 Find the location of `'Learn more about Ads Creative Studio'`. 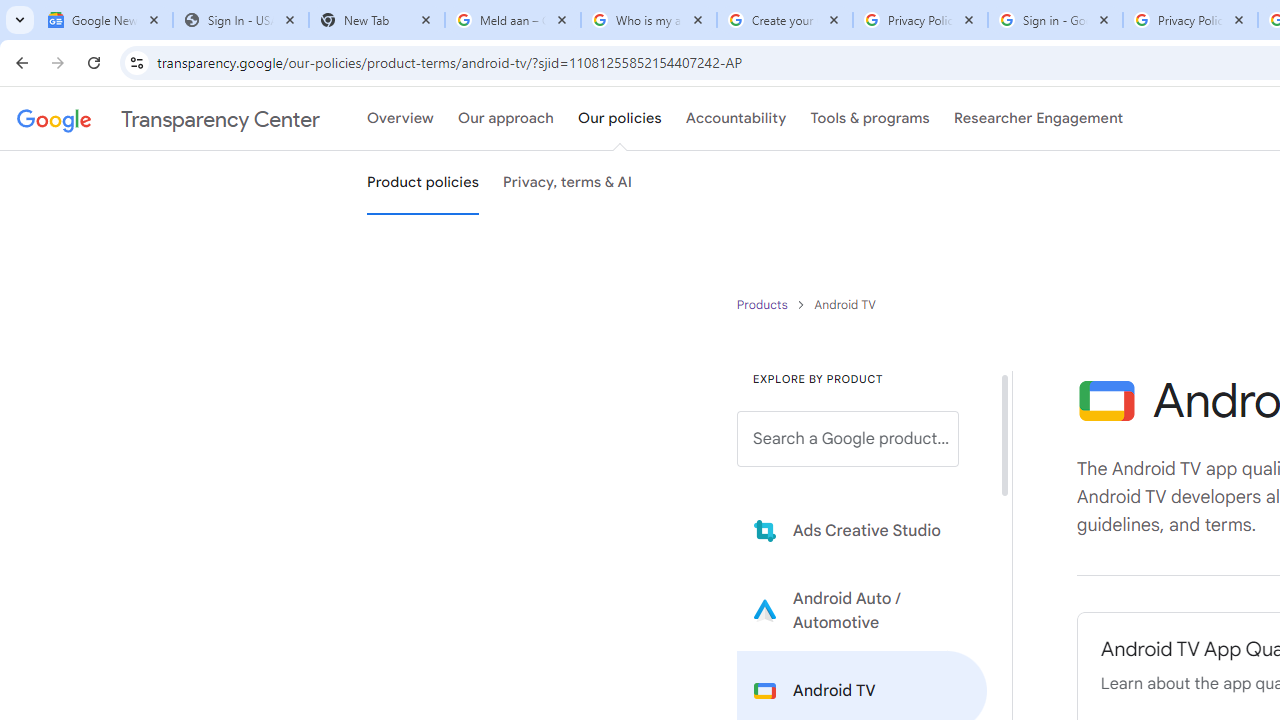

'Learn more about Ads Creative Studio' is located at coordinates (862, 530).